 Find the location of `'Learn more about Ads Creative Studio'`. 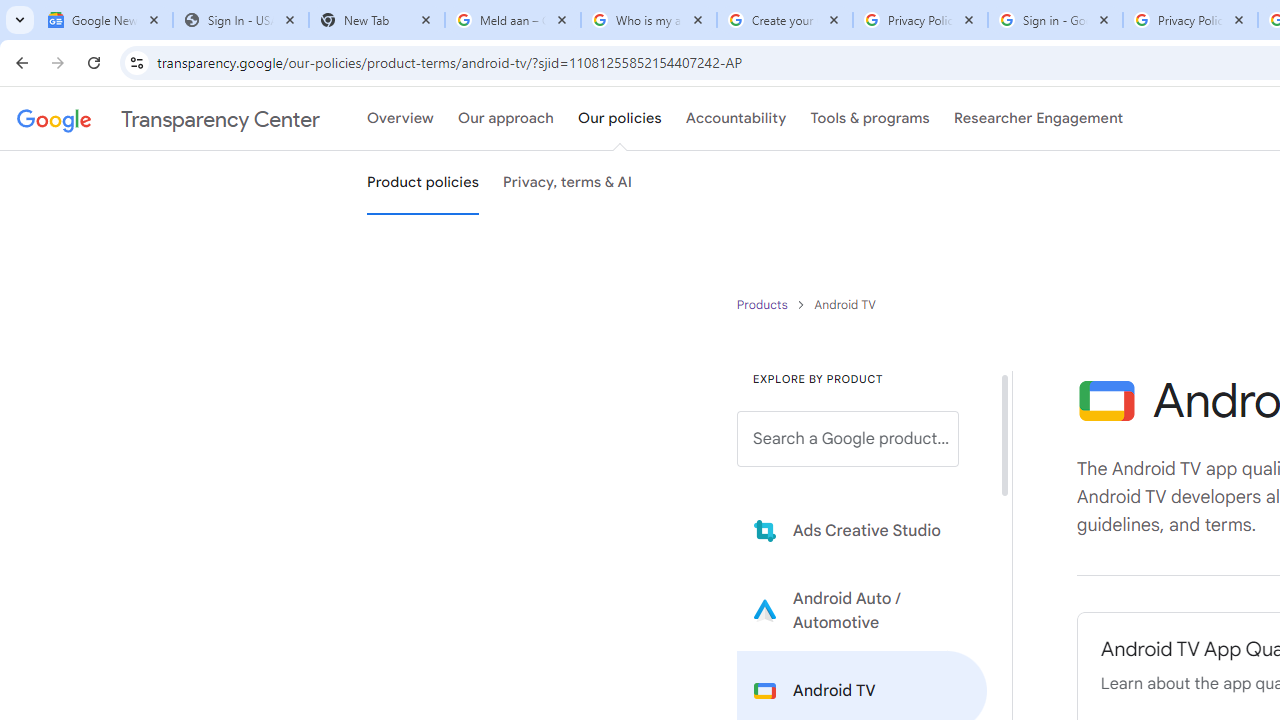

'Learn more about Ads Creative Studio' is located at coordinates (862, 530).